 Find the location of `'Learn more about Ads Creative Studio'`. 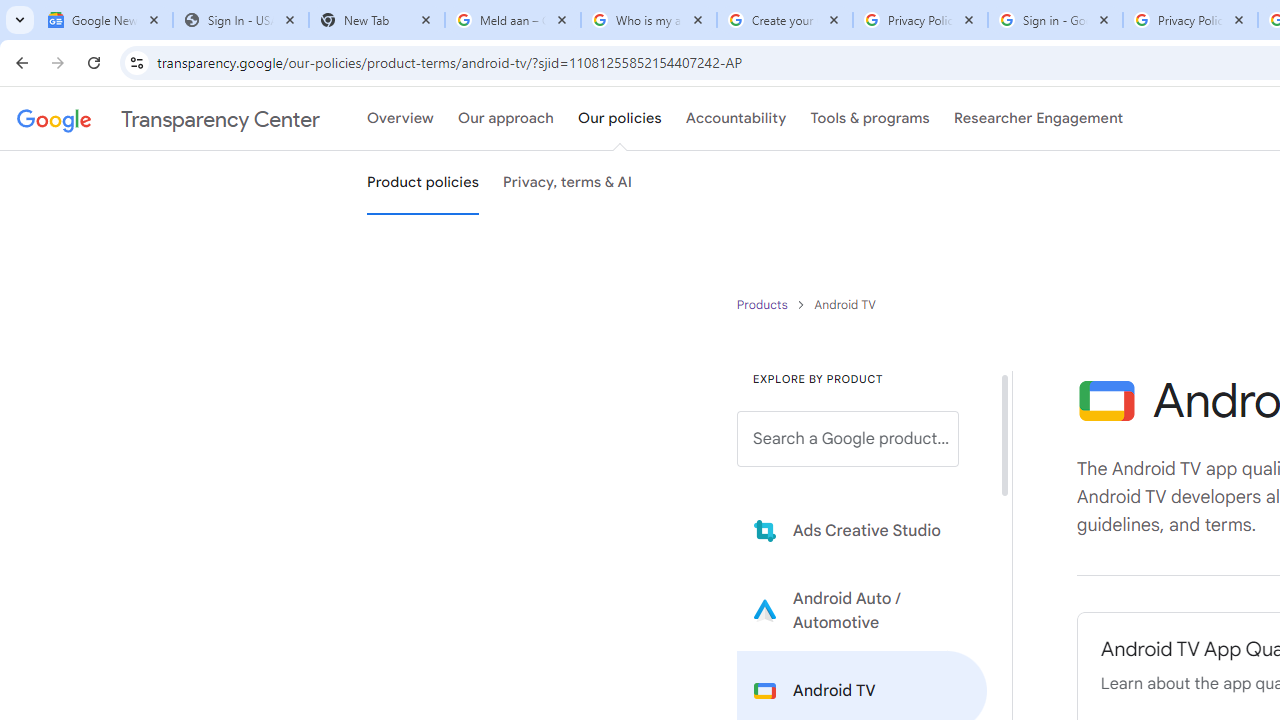

'Learn more about Ads Creative Studio' is located at coordinates (862, 530).